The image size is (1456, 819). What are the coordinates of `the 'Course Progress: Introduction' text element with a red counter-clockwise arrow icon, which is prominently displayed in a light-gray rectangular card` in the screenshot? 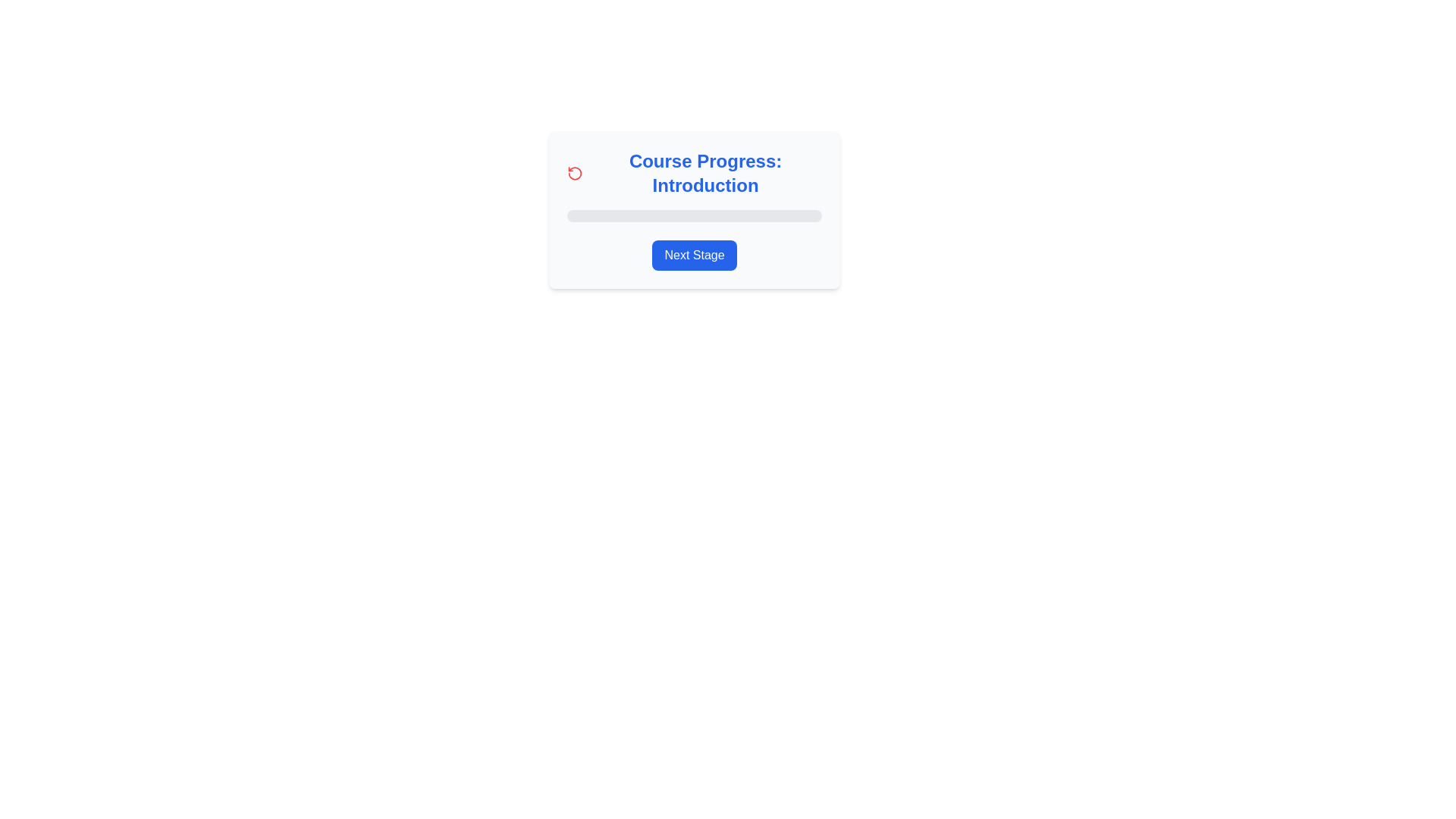 It's located at (694, 172).